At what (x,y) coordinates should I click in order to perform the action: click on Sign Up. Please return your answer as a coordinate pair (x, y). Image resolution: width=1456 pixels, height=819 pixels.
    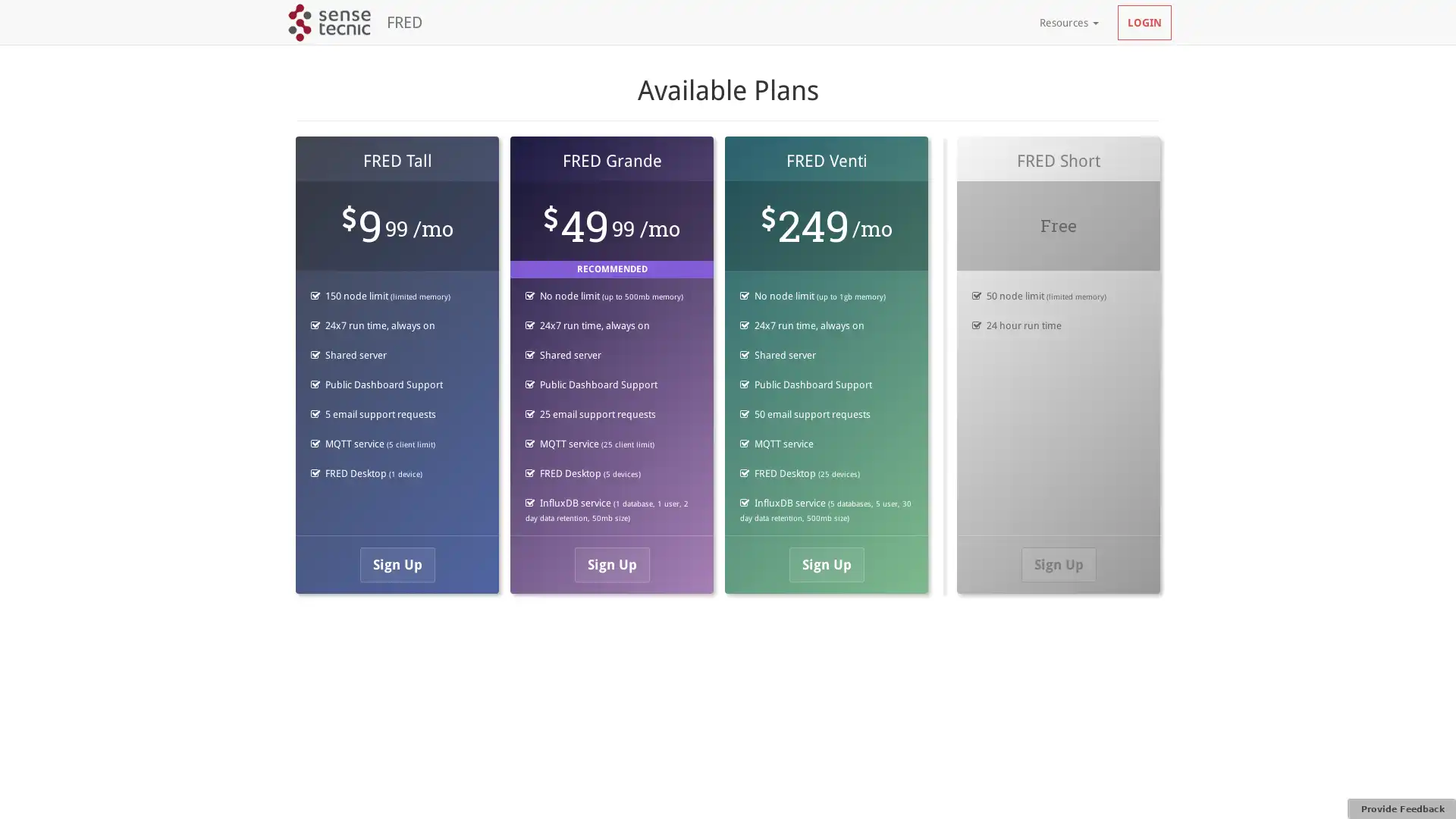
    Looking at the image, I should click on (1057, 564).